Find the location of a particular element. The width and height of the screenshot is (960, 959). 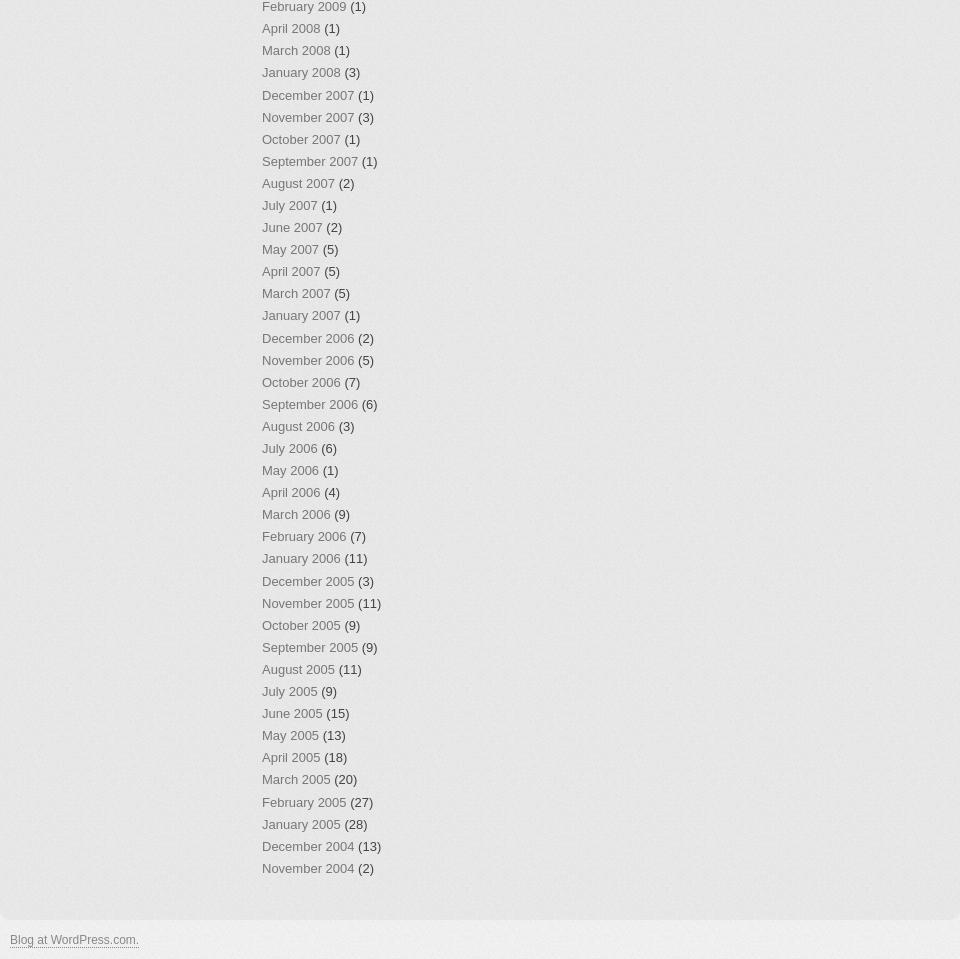

'November 2007' is located at coordinates (307, 116).